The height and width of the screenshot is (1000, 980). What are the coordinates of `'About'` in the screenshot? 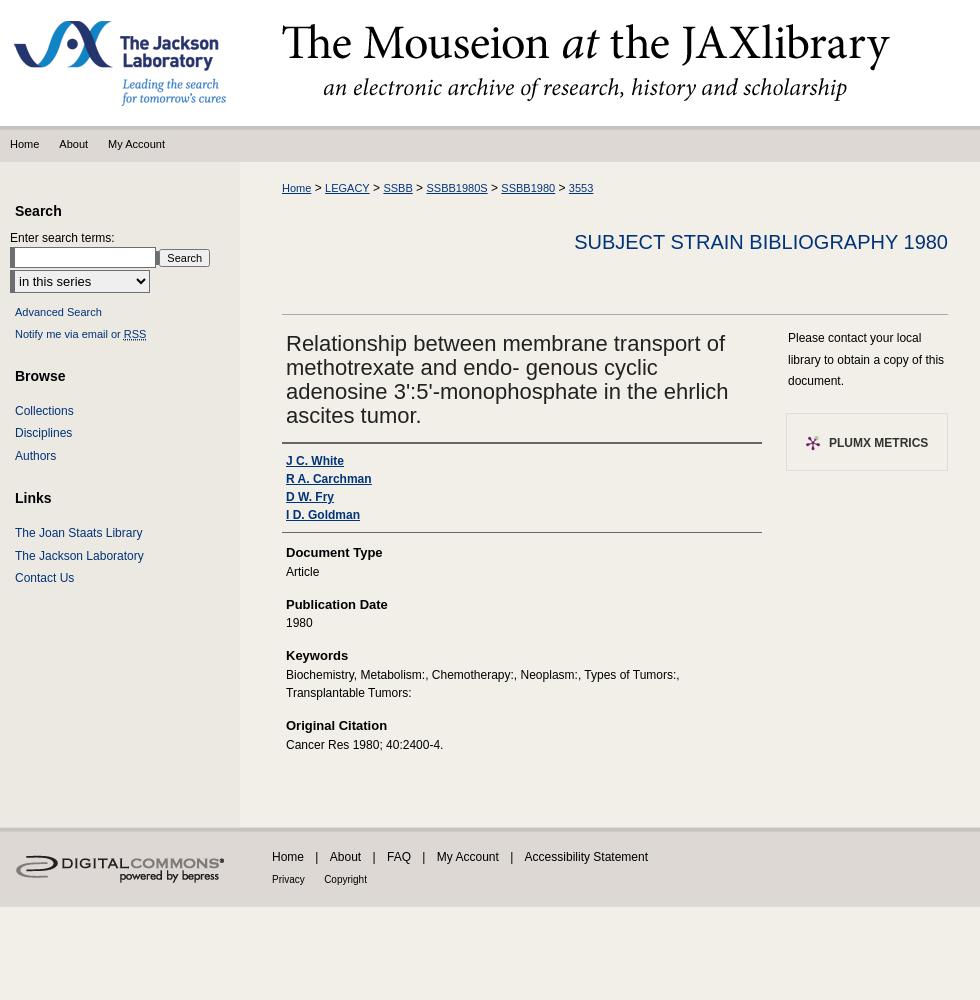 It's located at (328, 855).